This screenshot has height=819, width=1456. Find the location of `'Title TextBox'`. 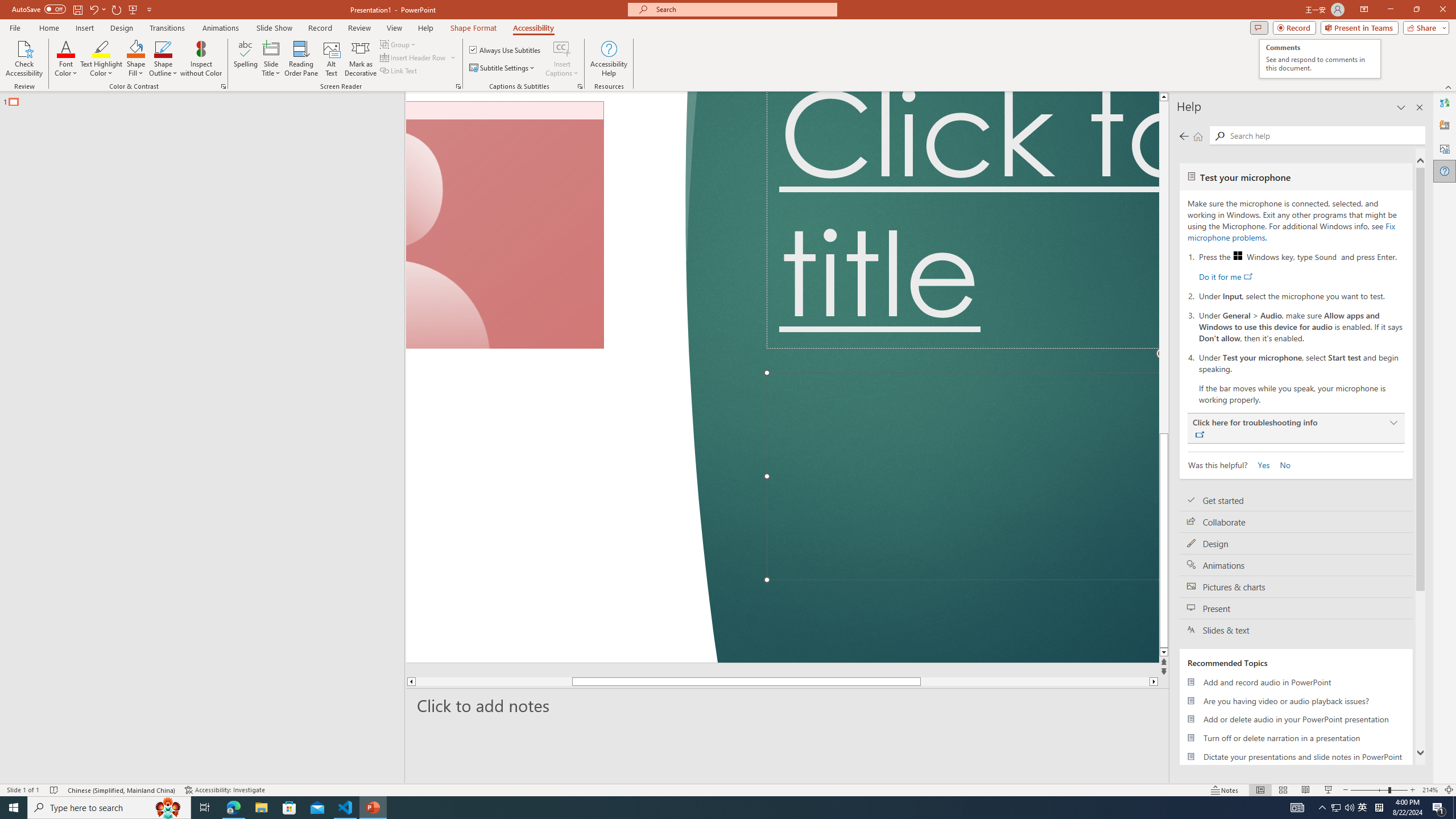

'Title TextBox' is located at coordinates (962, 220).